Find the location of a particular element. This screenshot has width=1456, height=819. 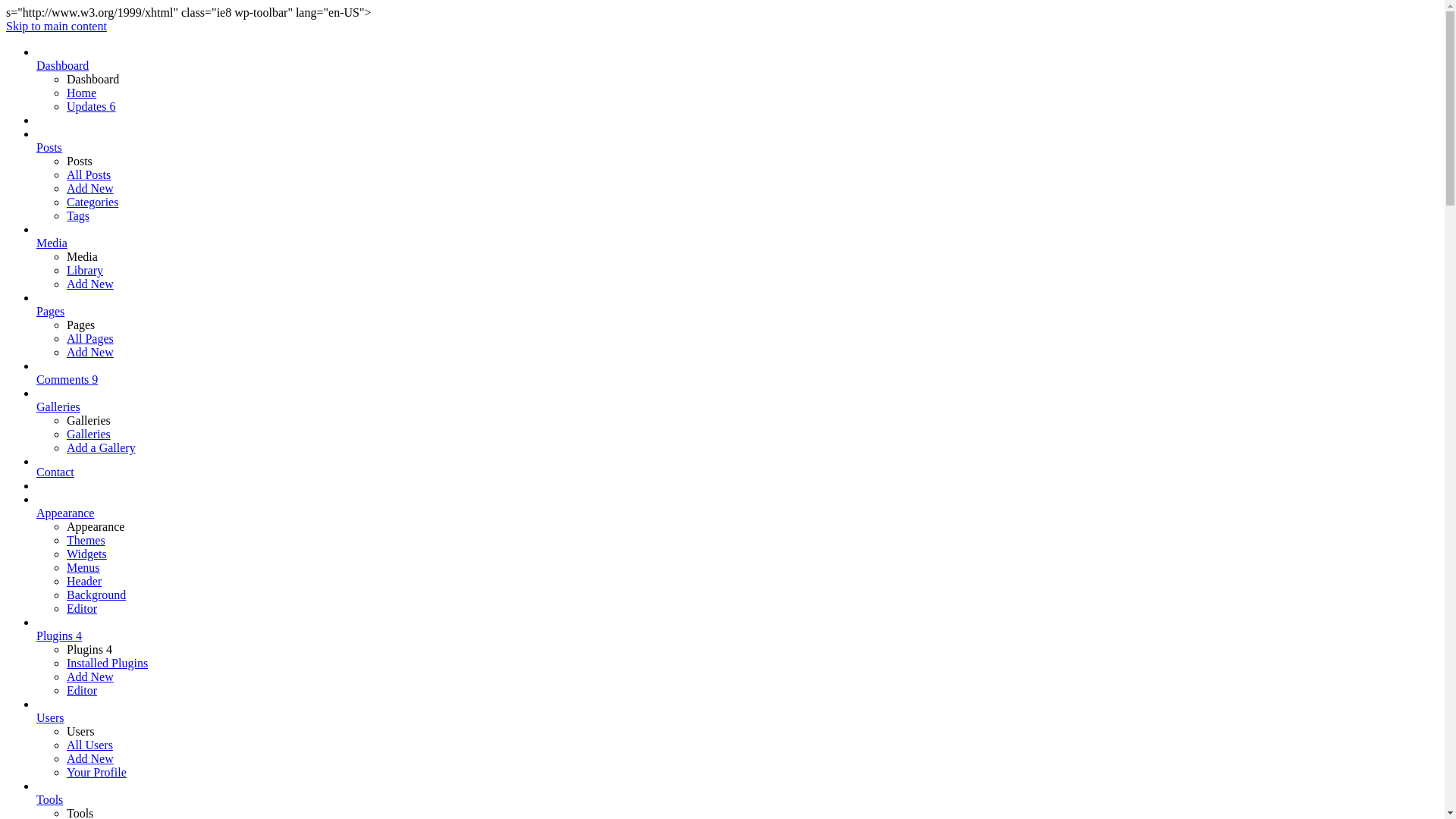

'Pages' is located at coordinates (36, 304).